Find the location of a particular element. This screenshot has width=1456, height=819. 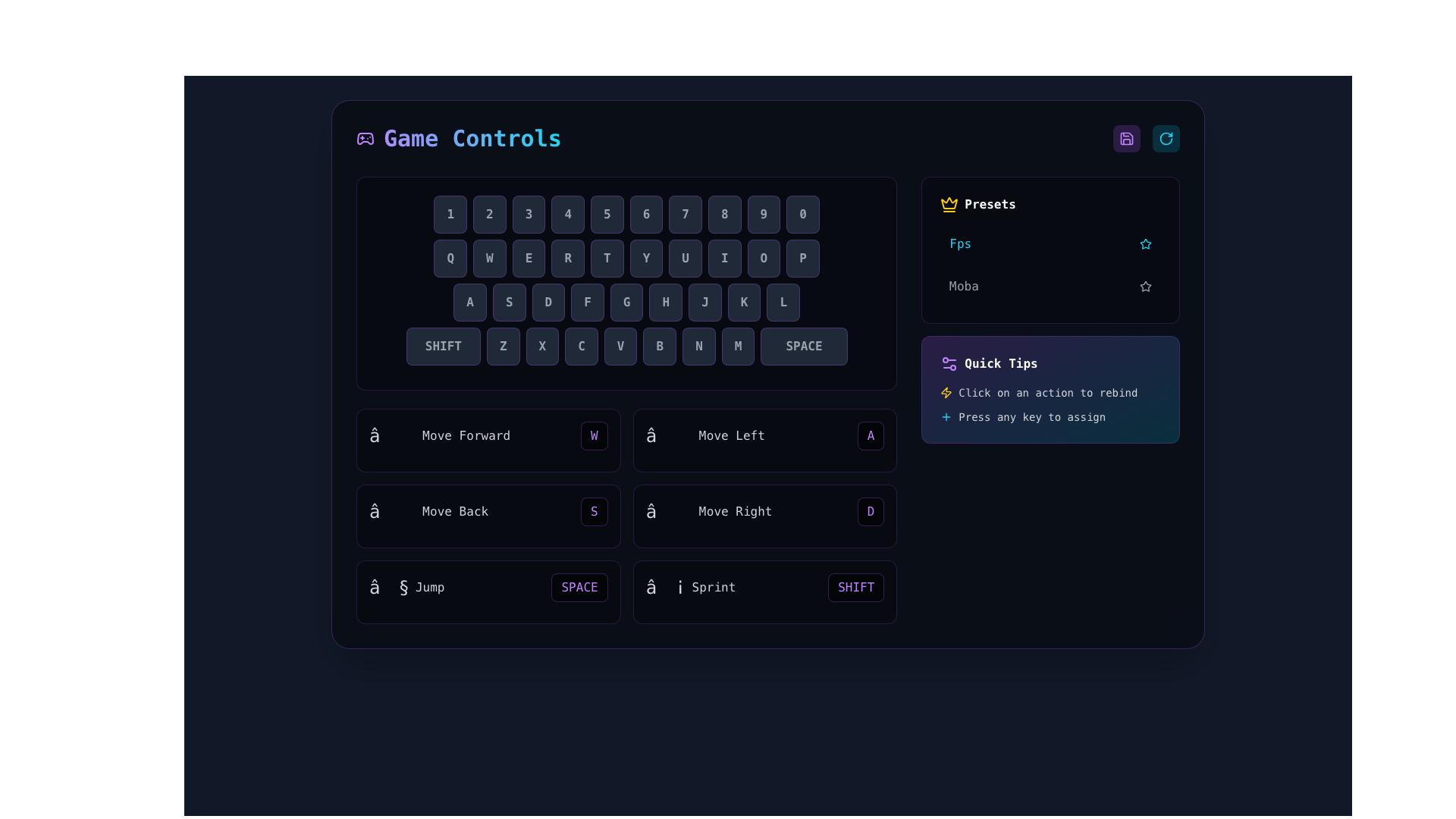

the 'Move Left' Text Label, which is located in the second row of the movement shortcut settings, positioned between 'Move Forward' and 'Move Right' is located at coordinates (704, 435).